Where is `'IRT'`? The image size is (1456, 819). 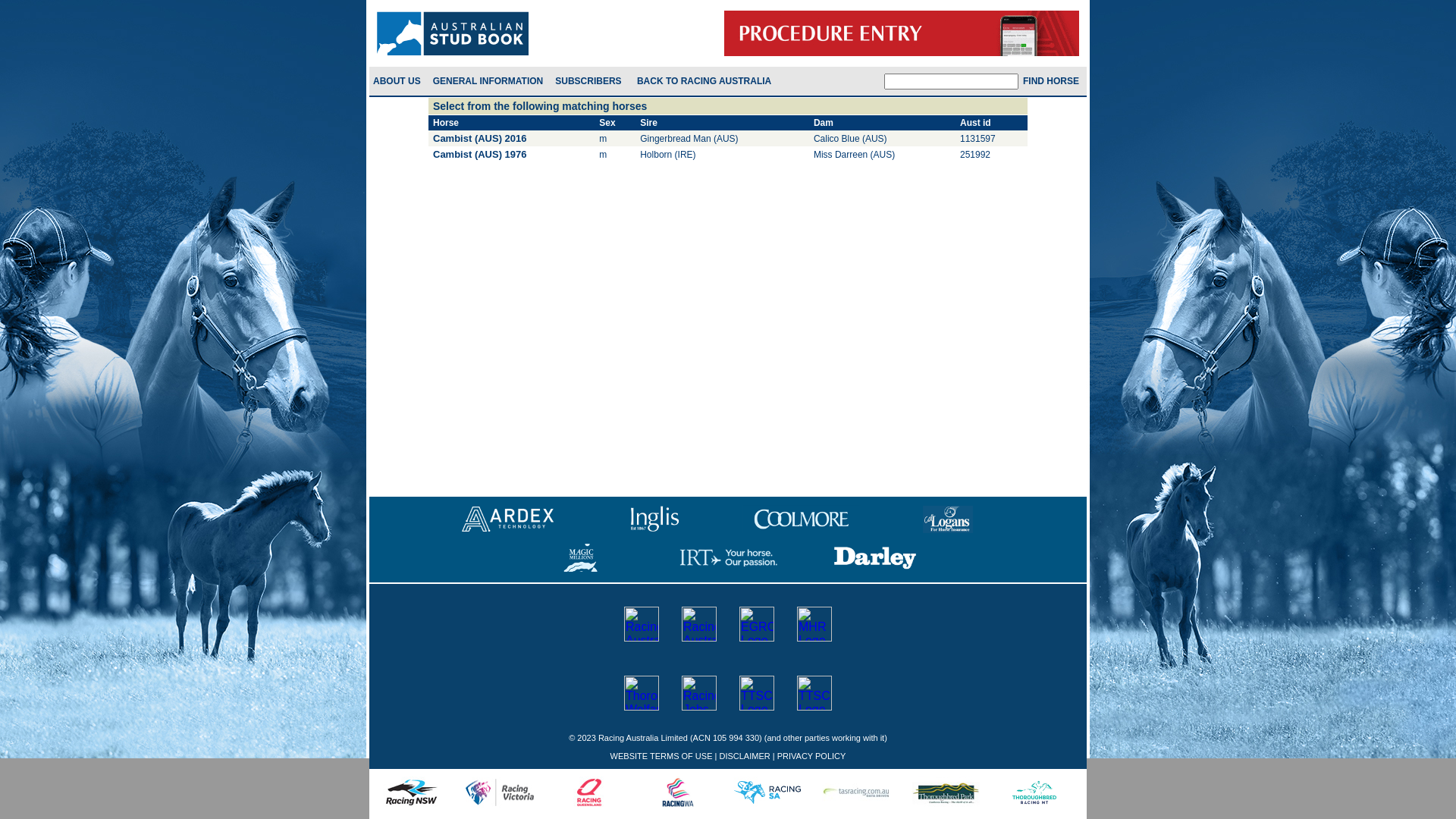 'IRT' is located at coordinates (726, 557).